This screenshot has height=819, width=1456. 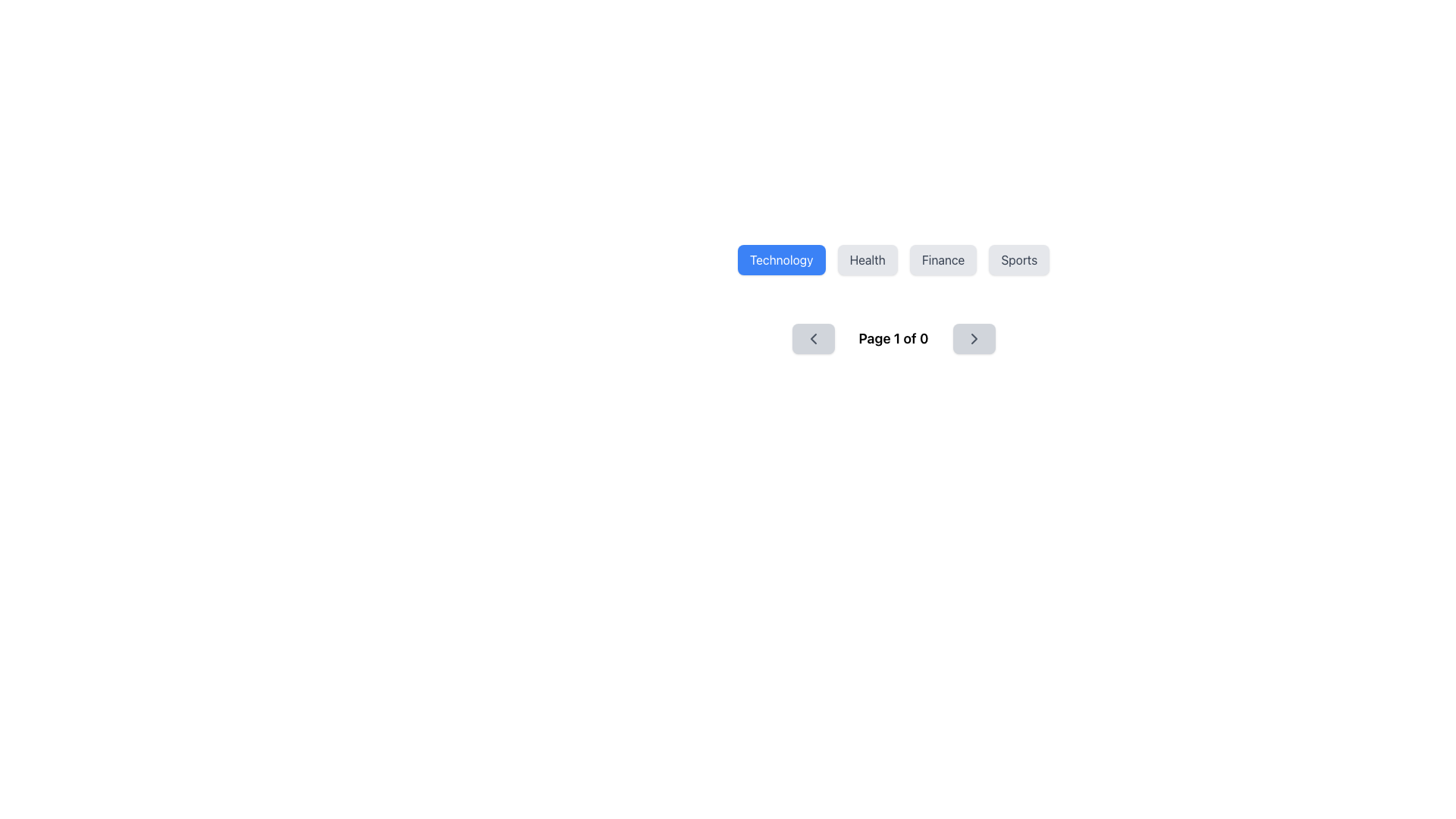 I want to click on the text indicator displaying 'Page 1 of 0', which is centrally located below the four buttons labeled 'Technology', 'Health', 'Finance', and 'Sports', so click(x=893, y=338).